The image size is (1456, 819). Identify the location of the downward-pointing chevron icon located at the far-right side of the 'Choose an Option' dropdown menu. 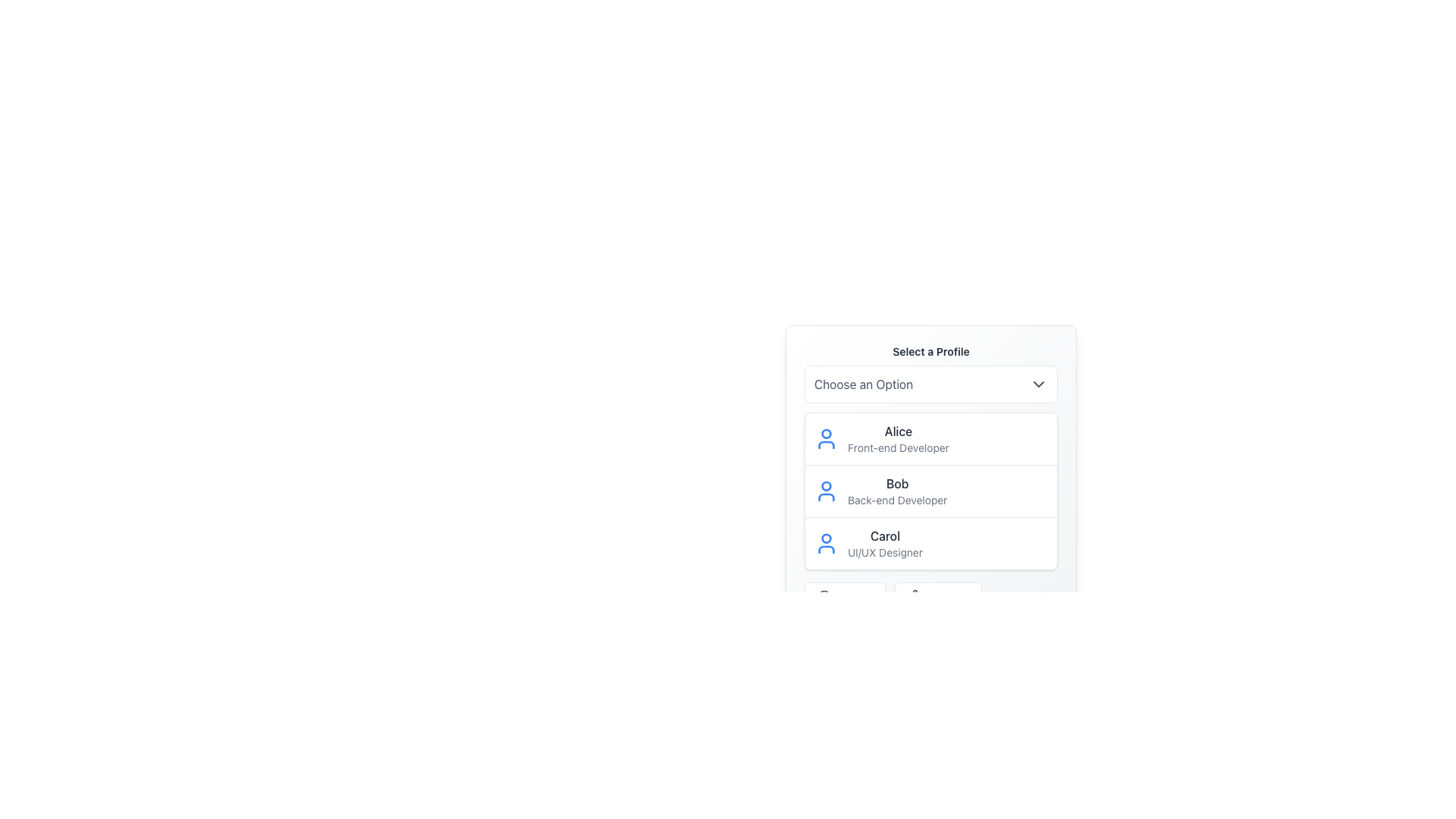
(1037, 383).